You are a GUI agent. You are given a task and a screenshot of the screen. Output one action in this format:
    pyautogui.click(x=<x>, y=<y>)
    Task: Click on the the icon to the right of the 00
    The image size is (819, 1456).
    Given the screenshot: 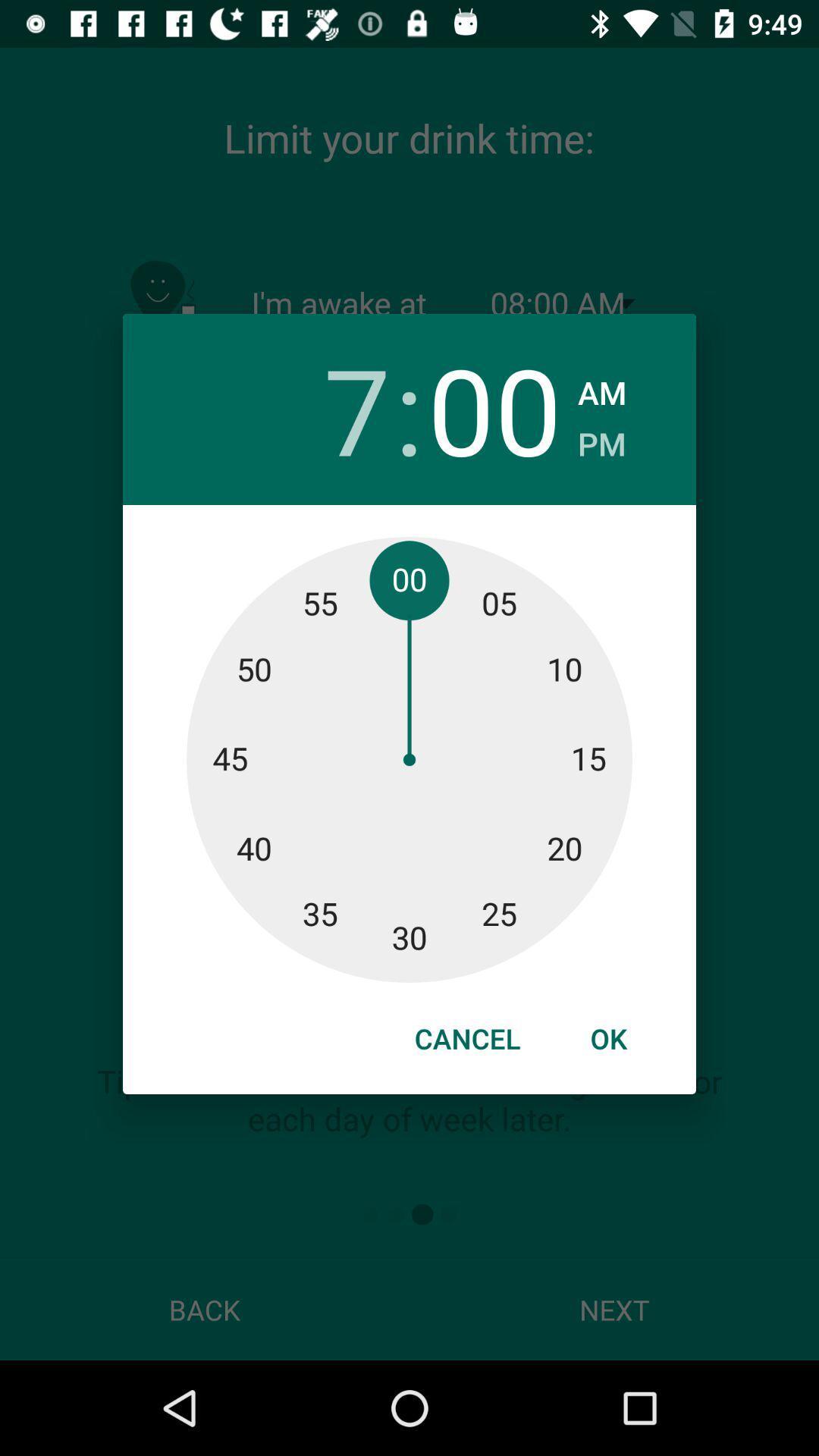 What is the action you would take?
    pyautogui.click(x=601, y=438)
    